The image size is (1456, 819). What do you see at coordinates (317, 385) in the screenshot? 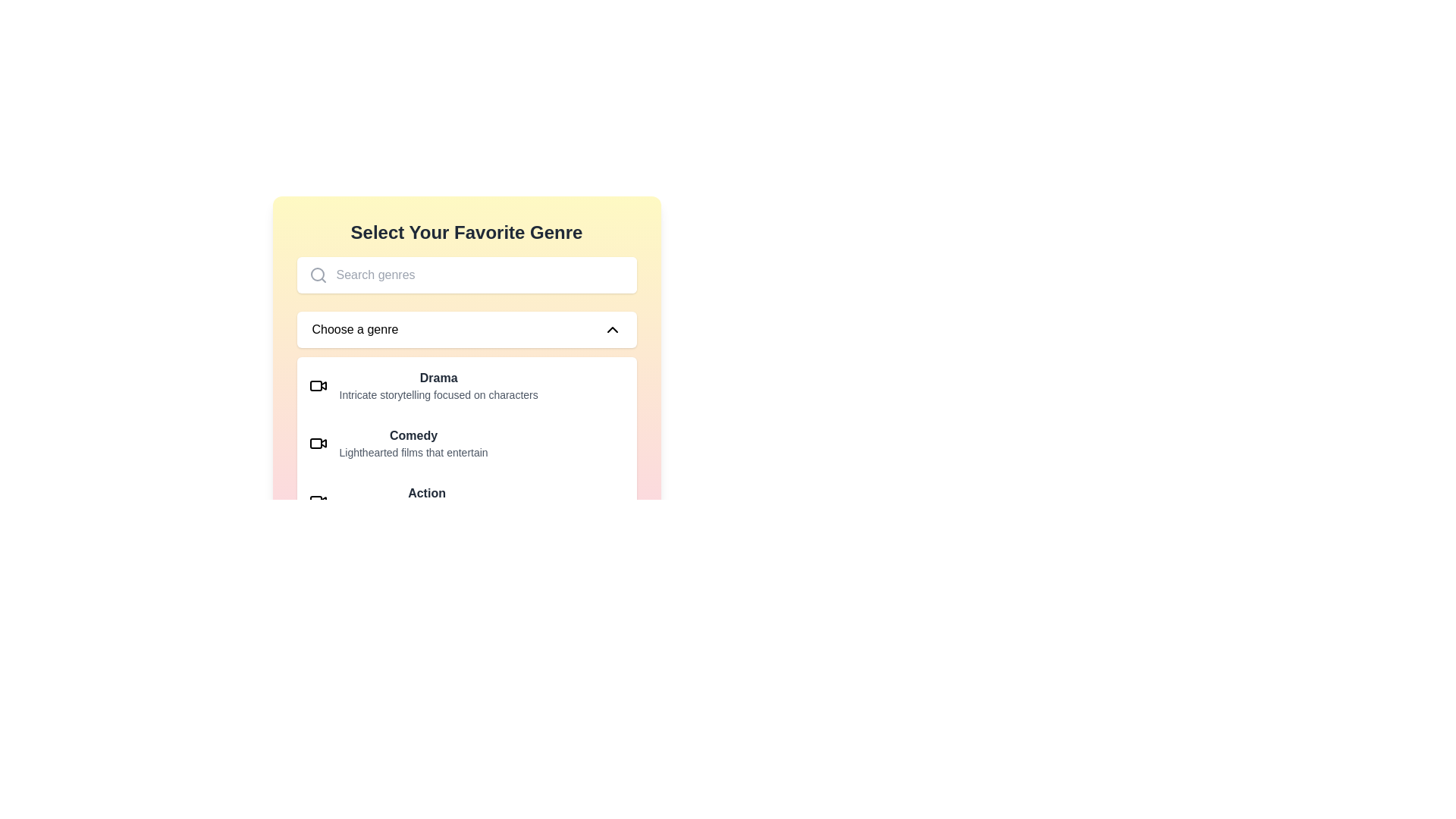
I see `the Drama genre icon located on the left side of the row labeled 'Drama', which serves as a visual indicator for the genre 'Drama'` at bounding box center [317, 385].